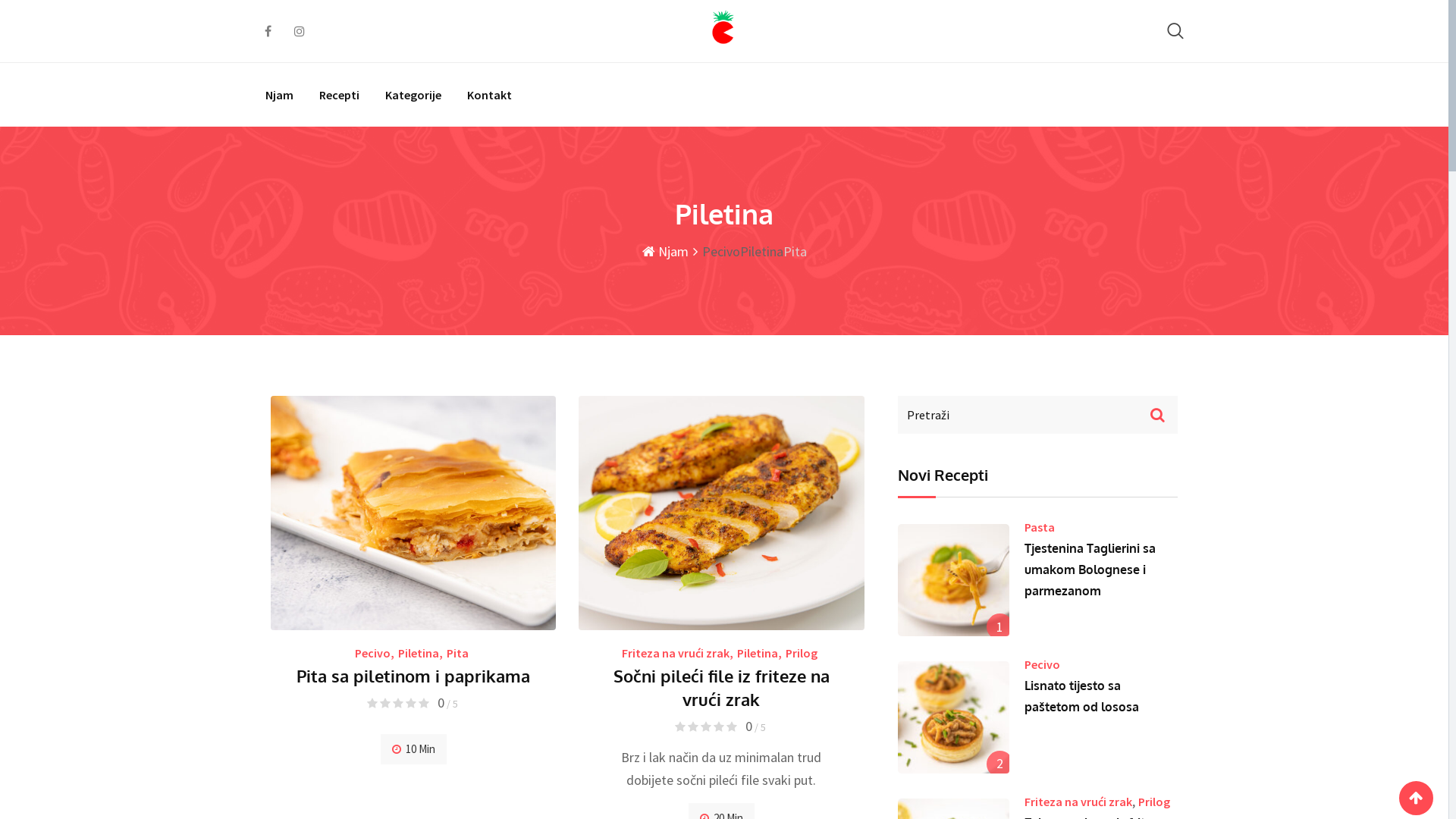 The height and width of the screenshot is (819, 1456). What do you see at coordinates (372, 651) in the screenshot?
I see `'Pecivo'` at bounding box center [372, 651].